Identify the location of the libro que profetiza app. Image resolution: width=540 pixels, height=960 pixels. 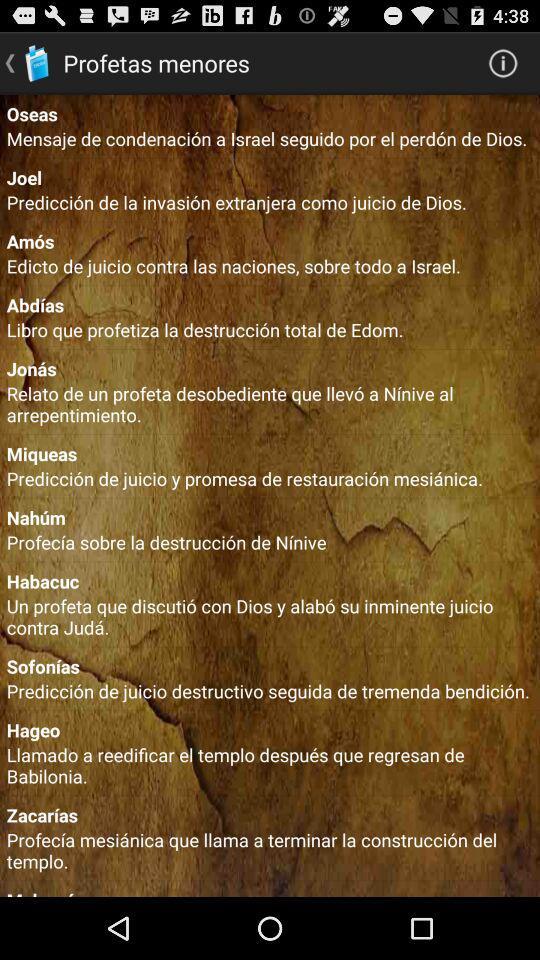
(270, 329).